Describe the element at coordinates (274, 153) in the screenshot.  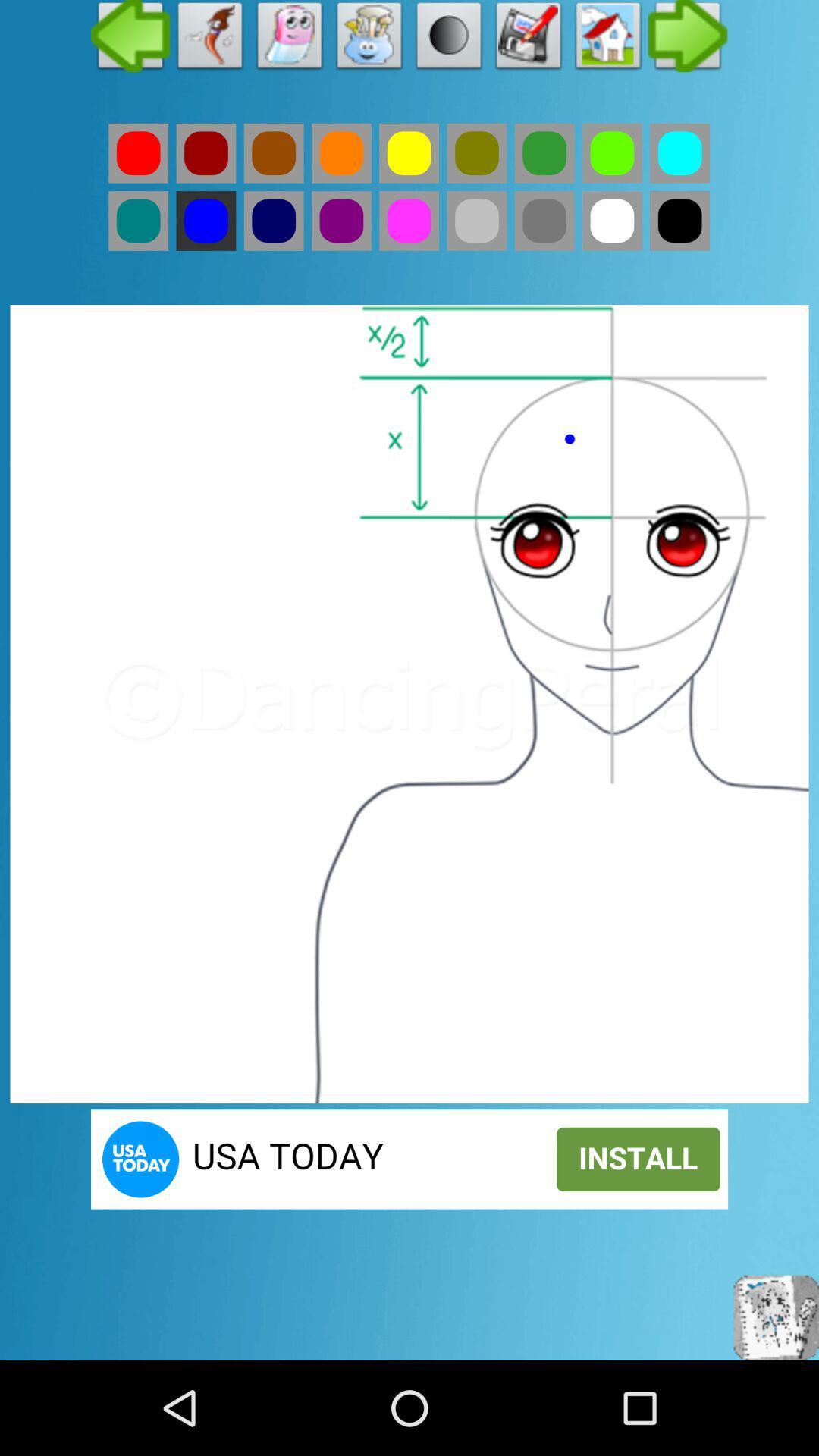
I see `color option` at that location.